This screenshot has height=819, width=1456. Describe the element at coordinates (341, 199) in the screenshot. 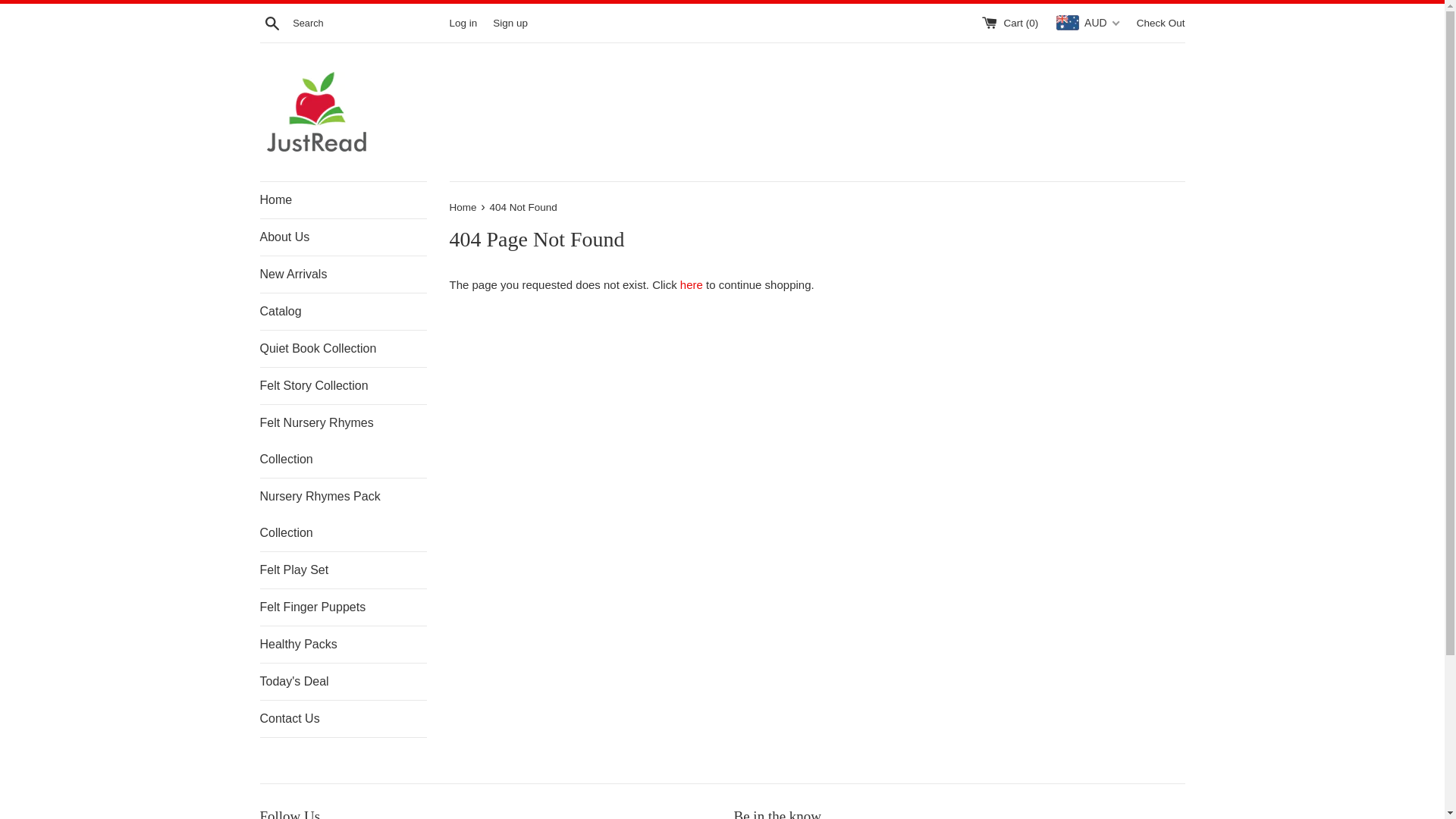

I see `'Home'` at that location.